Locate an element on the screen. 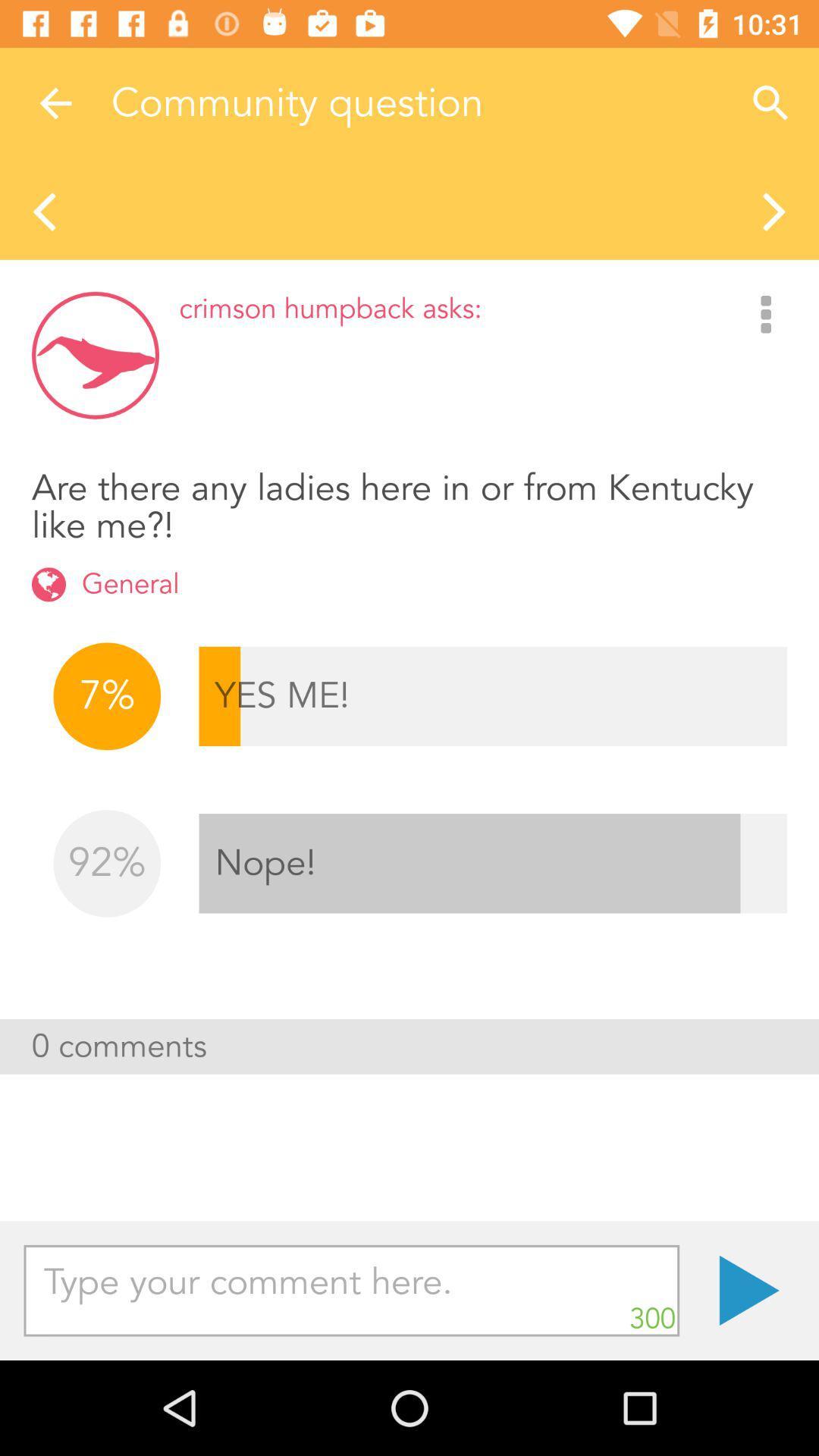  item below the 0 comments is located at coordinates (351, 1290).